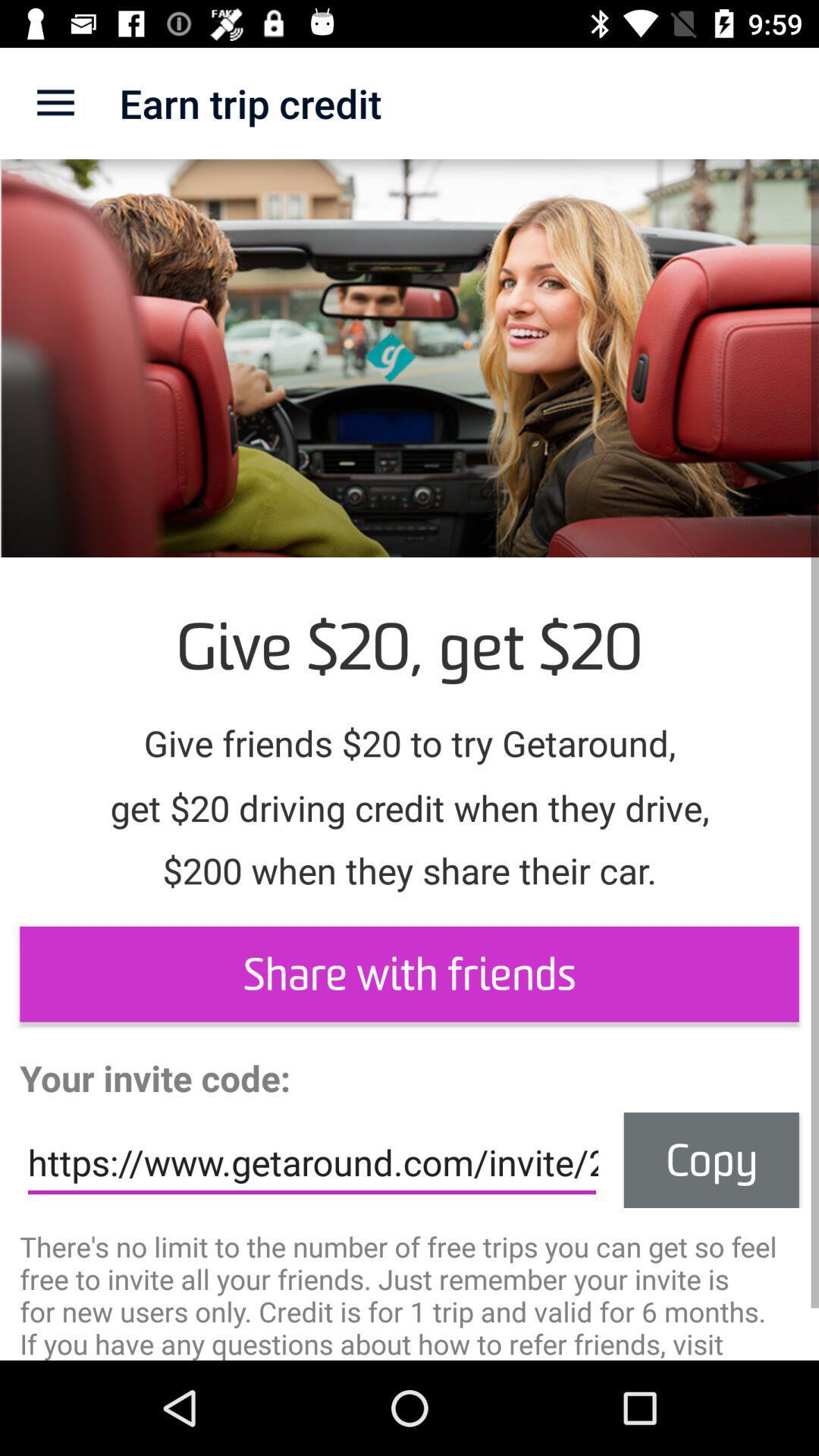 Image resolution: width=819 pixels, height=1456 pixels. Describe the element at coordinates (311, 1162) in the screenshot. I see `item below your invite code:` at that location.